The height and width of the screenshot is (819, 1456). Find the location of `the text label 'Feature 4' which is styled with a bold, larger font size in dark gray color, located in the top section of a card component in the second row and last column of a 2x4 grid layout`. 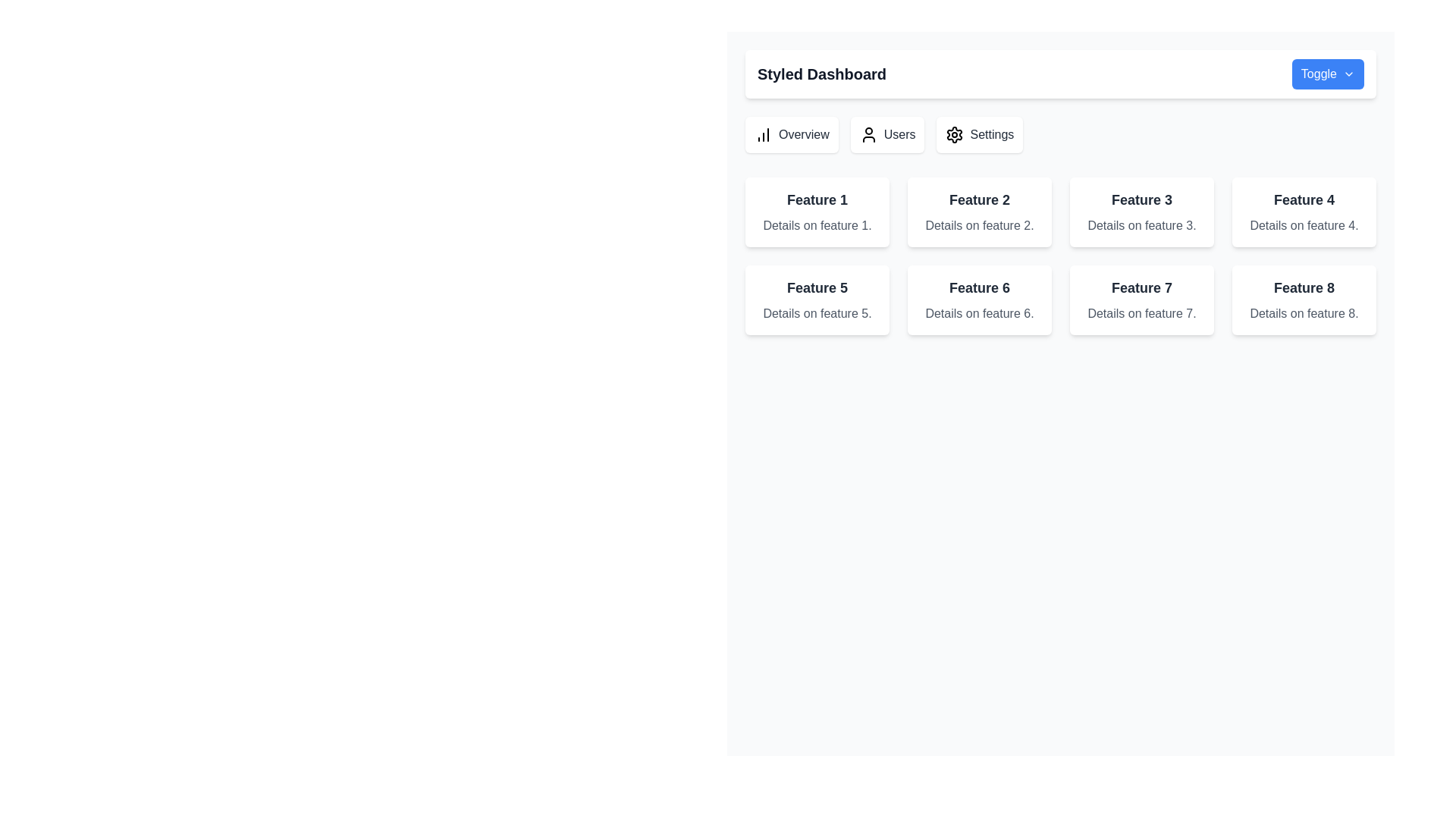

the text label 'Feature 4' which is styled with a bold, larger font size in dark gray color, located in the top section of a card component in the second row and last column of a 2x4 grid layout is located at coordinates (1303, 199).